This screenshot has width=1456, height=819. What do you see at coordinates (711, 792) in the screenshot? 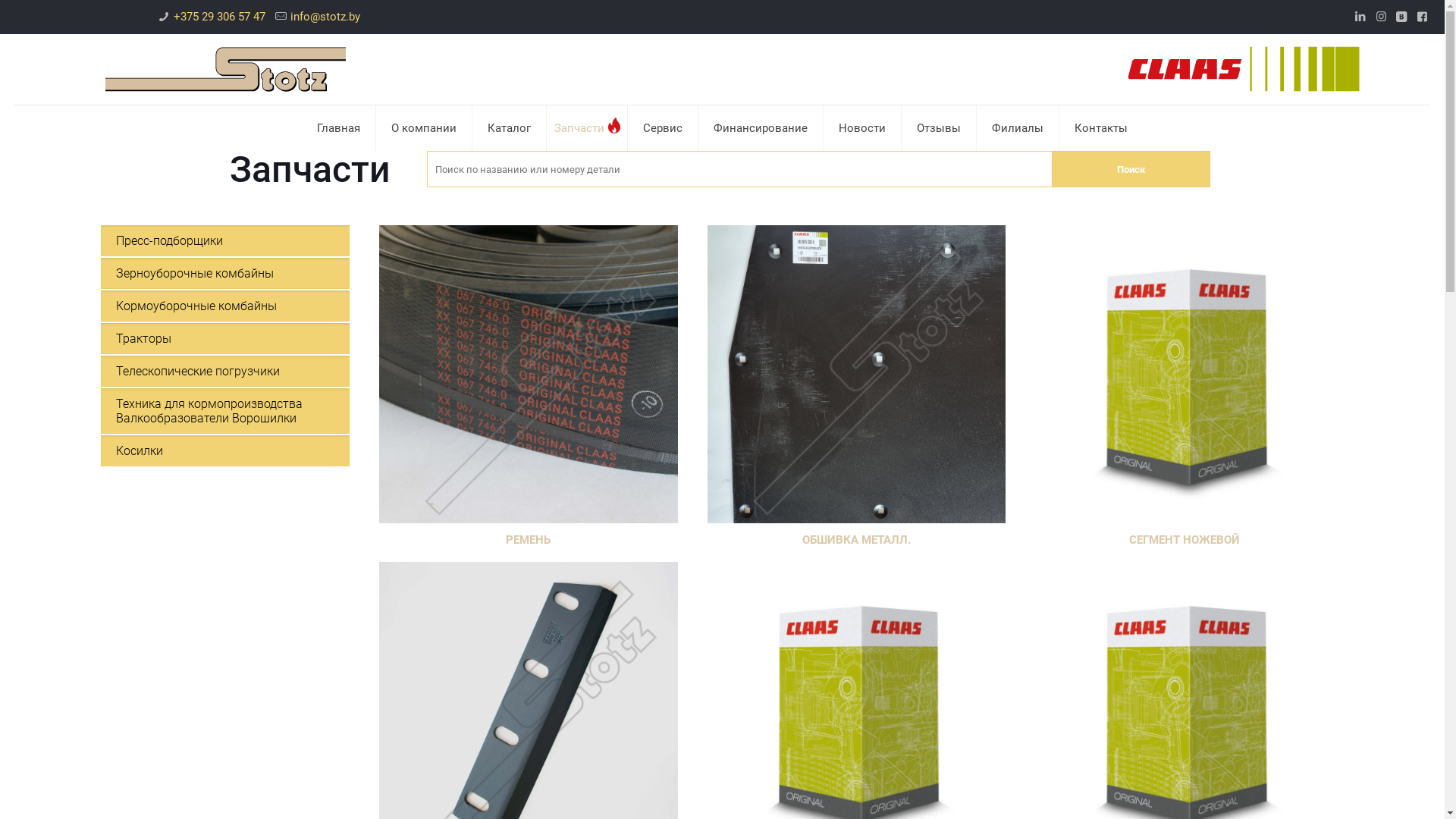
I see `'Instagram'` at bounding box center [711, 792].